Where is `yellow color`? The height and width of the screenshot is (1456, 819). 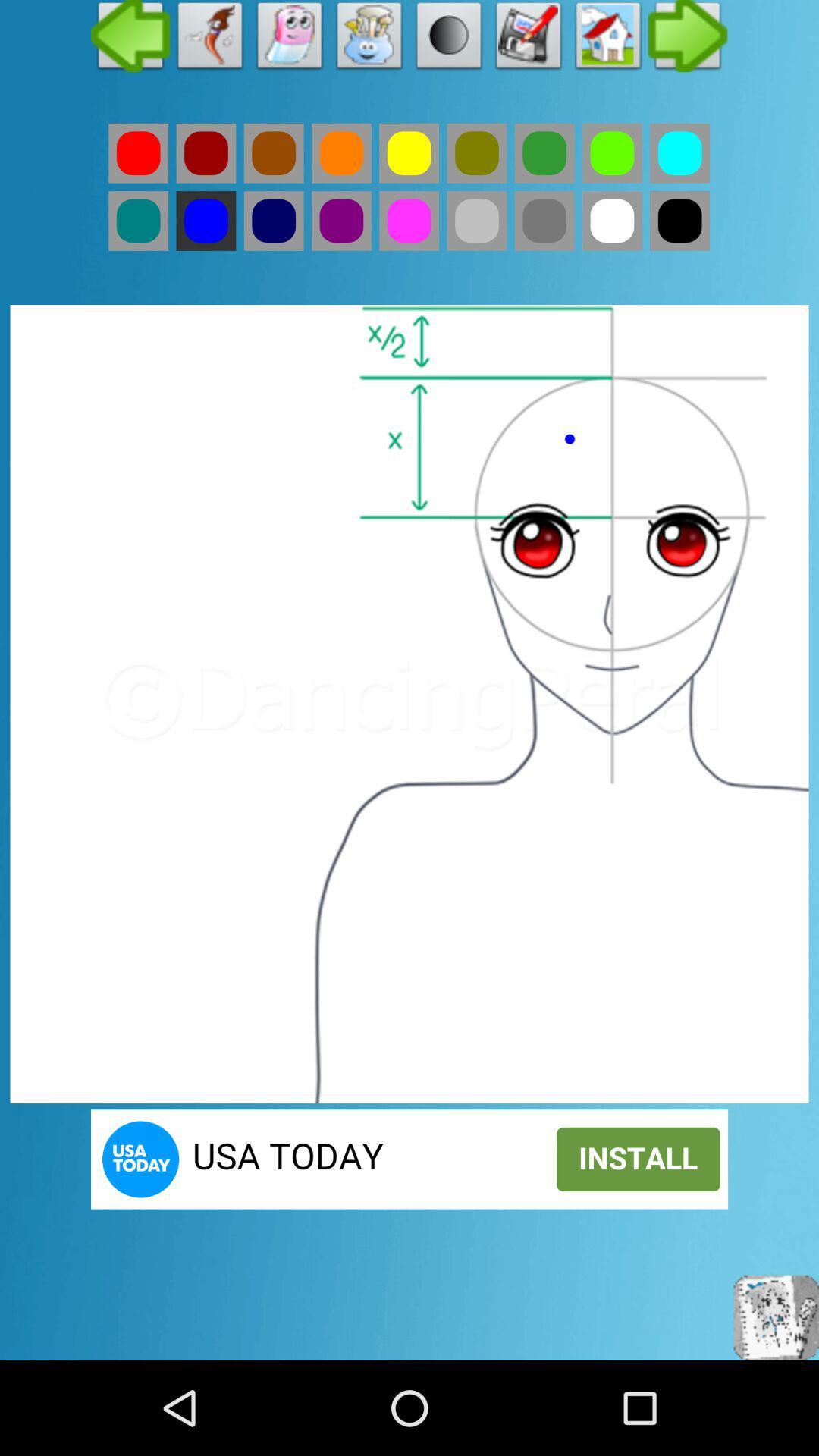 yellow color is located at coordinates (408, 153).